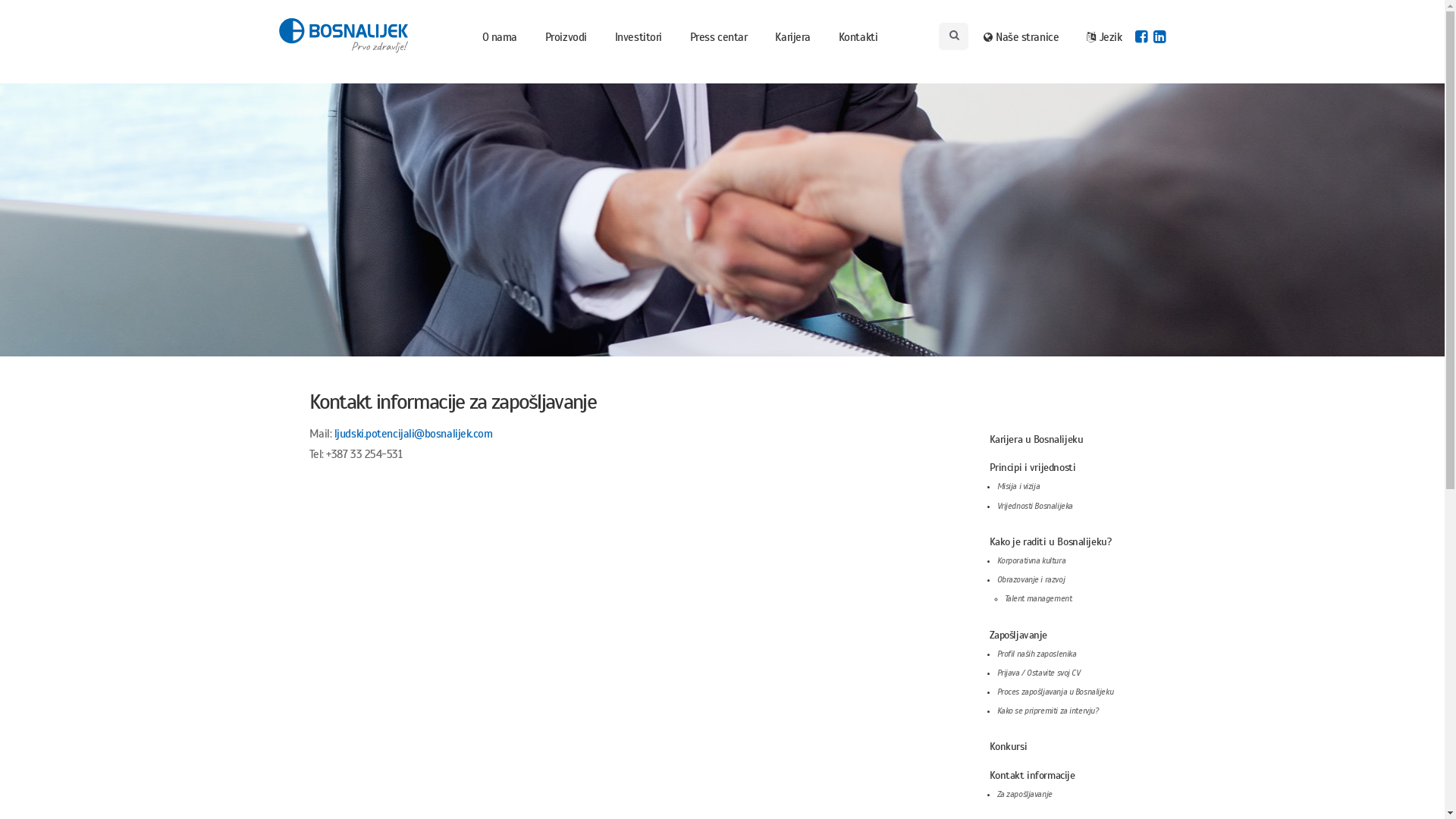  Describe the element at coordinates (638, 36) in the screenshot. I see `'Investitori'` at that location.